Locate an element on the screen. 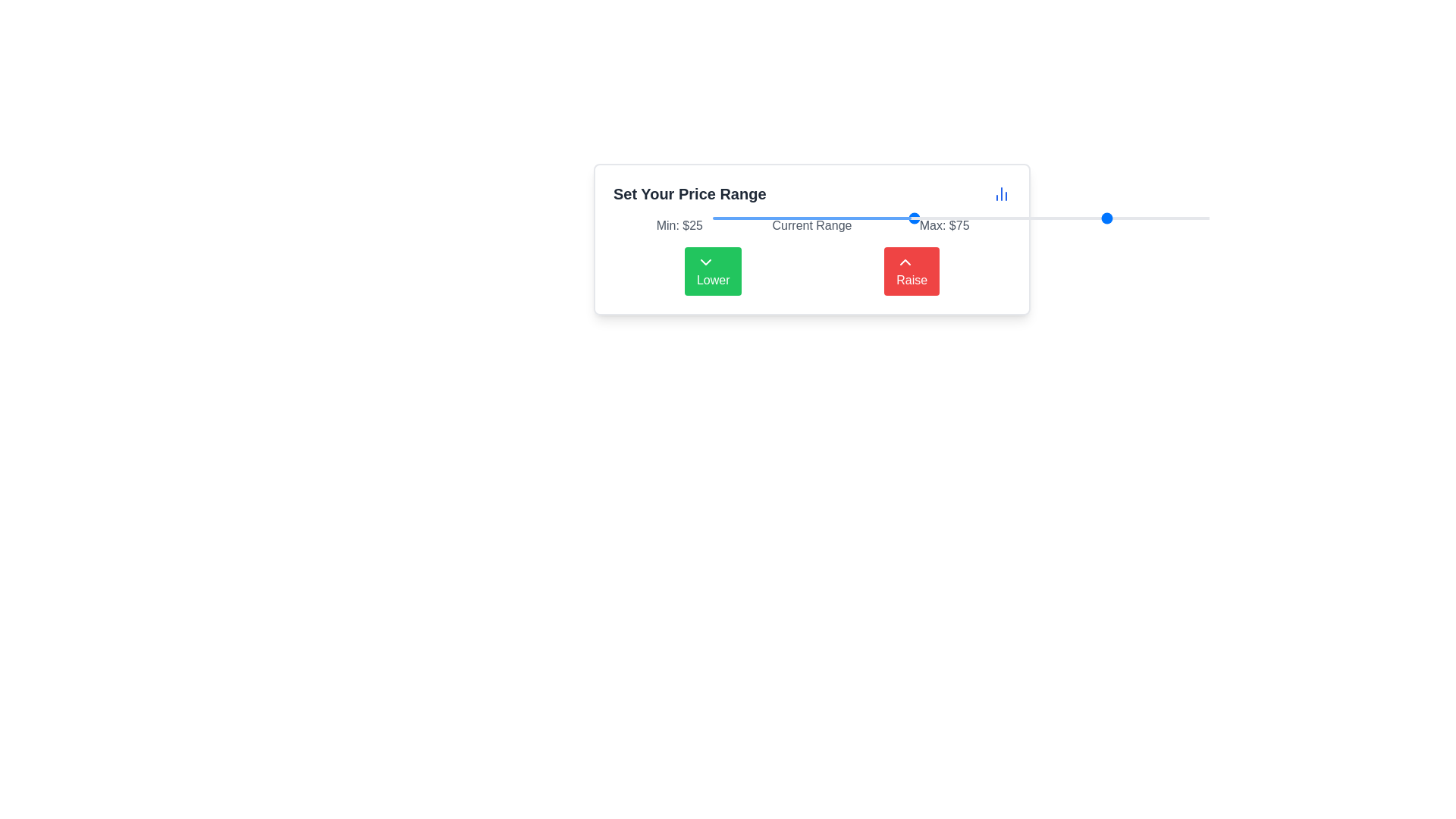 The width and height of the screenshot is (1456, 819). the button used to decrease the current value in the price adjustment interface, located to the left of the red 'Raise' button is located at coordinates (712, 271).